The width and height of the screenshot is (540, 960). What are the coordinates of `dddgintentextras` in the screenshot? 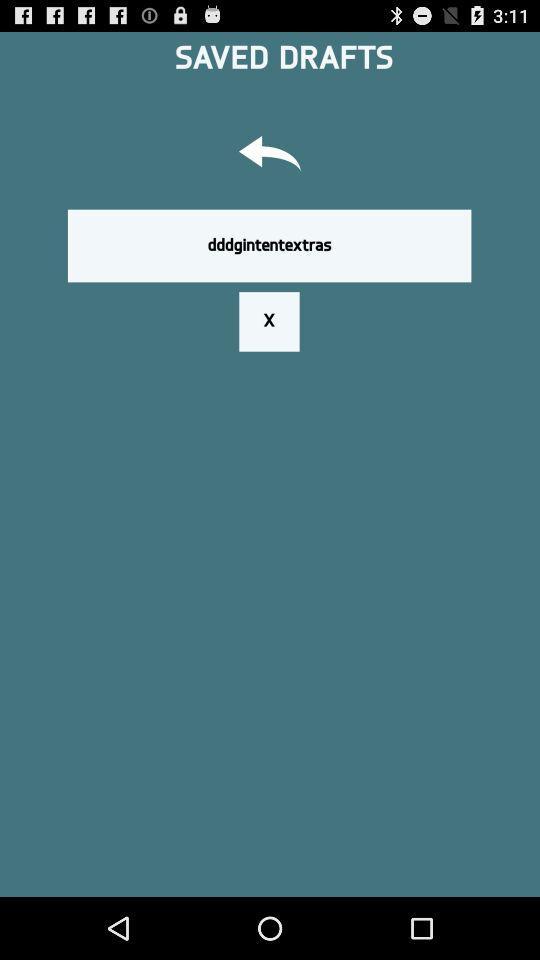 It's located at (269, 244).